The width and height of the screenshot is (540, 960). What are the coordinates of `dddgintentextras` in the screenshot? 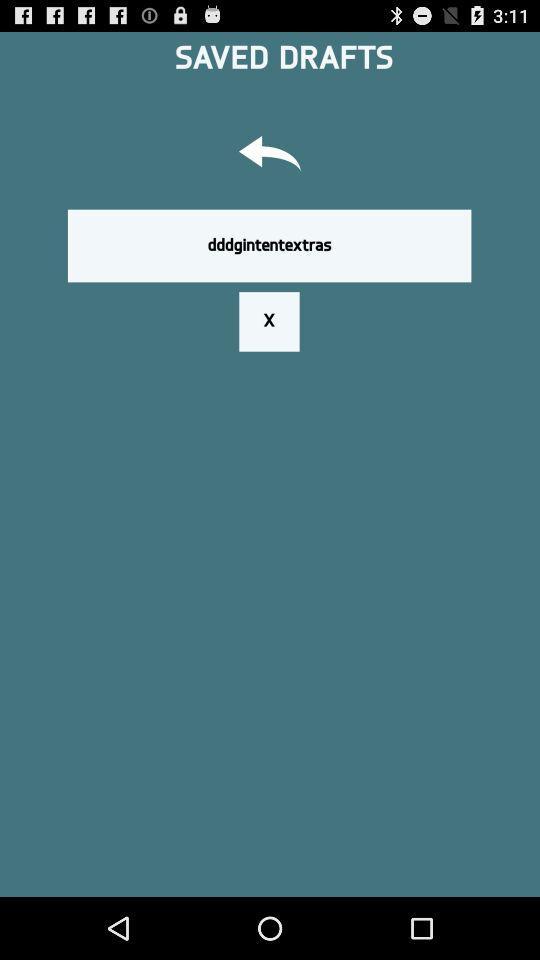 It's located at (269, 244).